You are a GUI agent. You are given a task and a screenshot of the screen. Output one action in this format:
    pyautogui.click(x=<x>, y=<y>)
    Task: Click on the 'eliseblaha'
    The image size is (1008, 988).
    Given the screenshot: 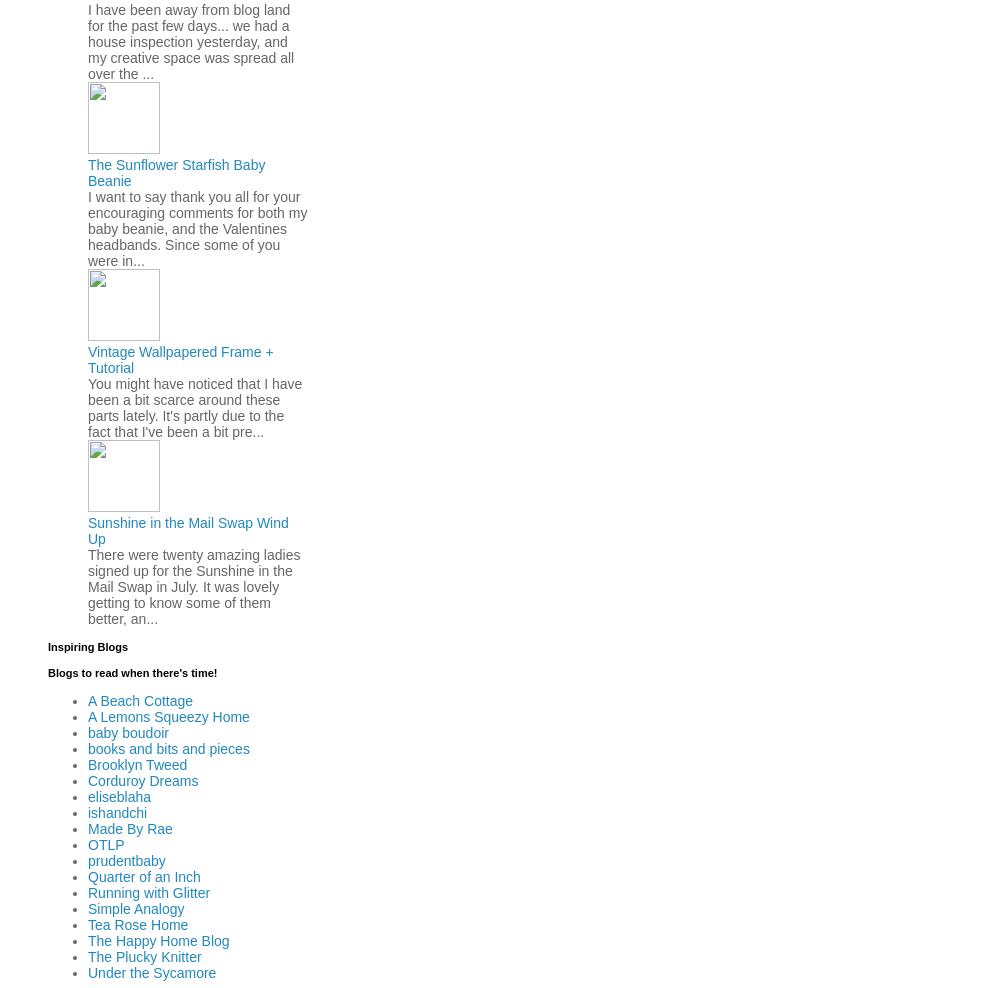 What is the action you would take?
    pyautogui.click(x=87, y=795)
    